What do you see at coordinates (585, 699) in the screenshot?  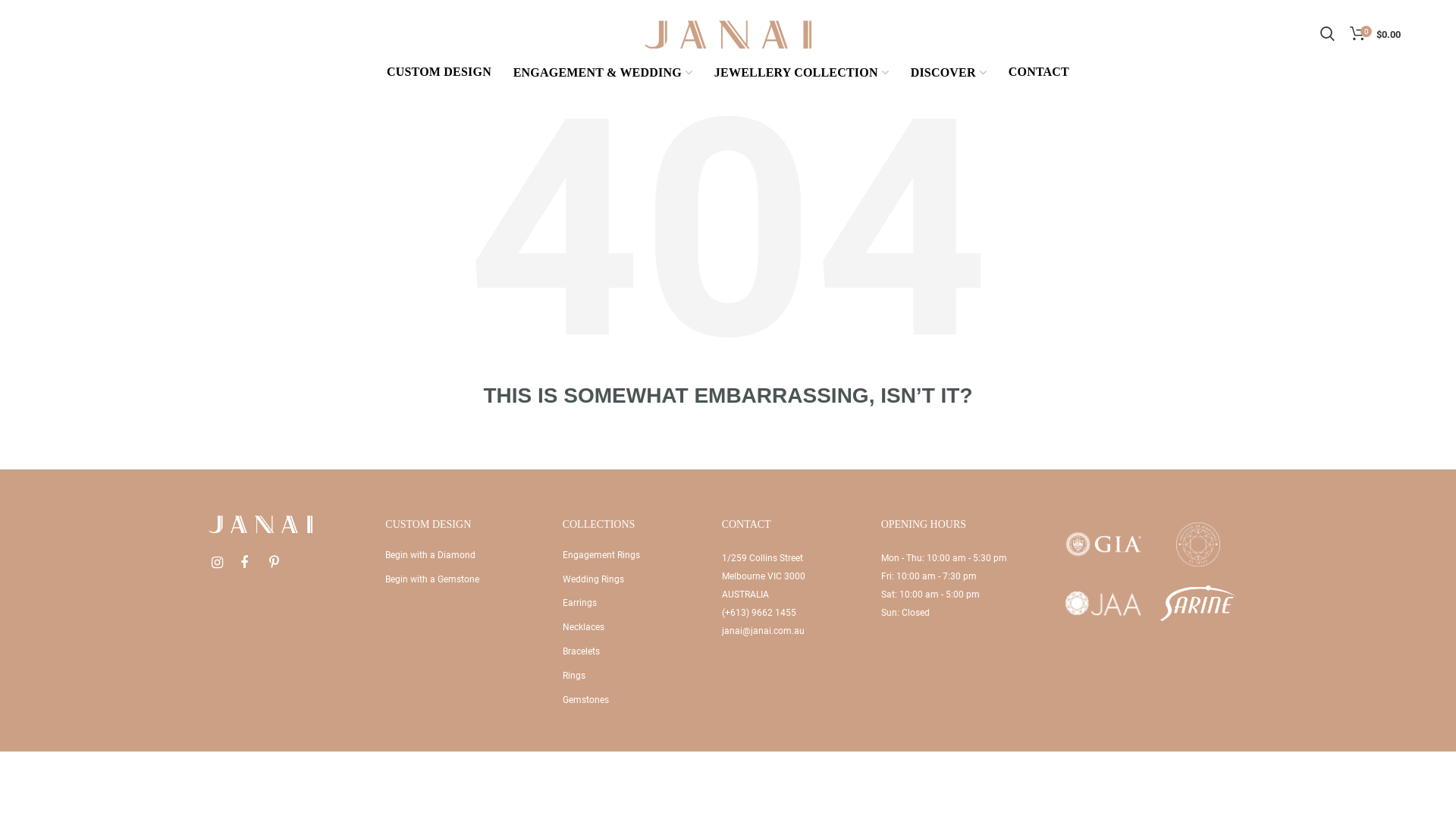 I see `'Gemstones'` at bounding box center [585, 699].